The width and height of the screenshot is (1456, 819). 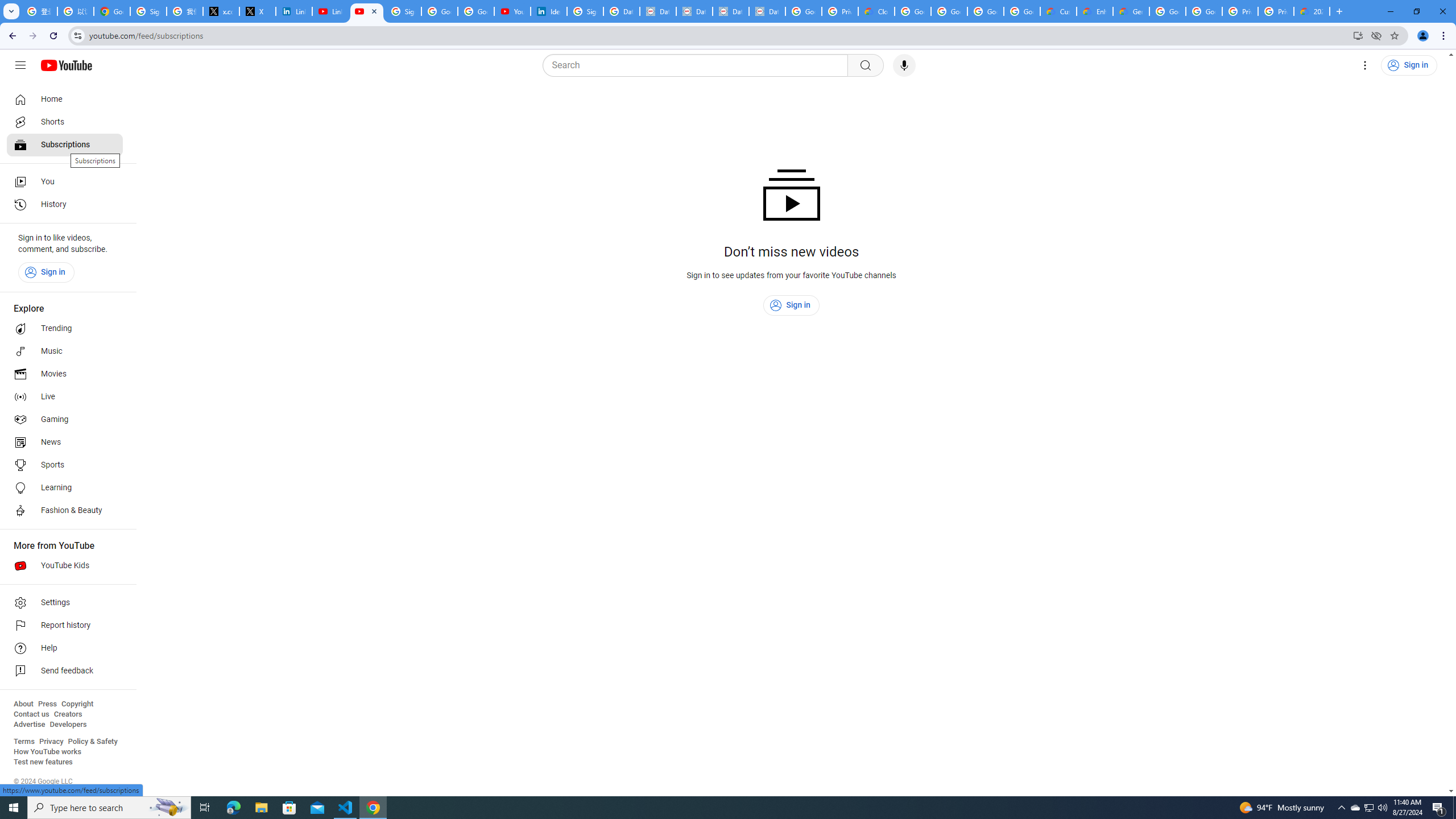 I want to click on 'YouTube Kids', so click(x=64, y=566).